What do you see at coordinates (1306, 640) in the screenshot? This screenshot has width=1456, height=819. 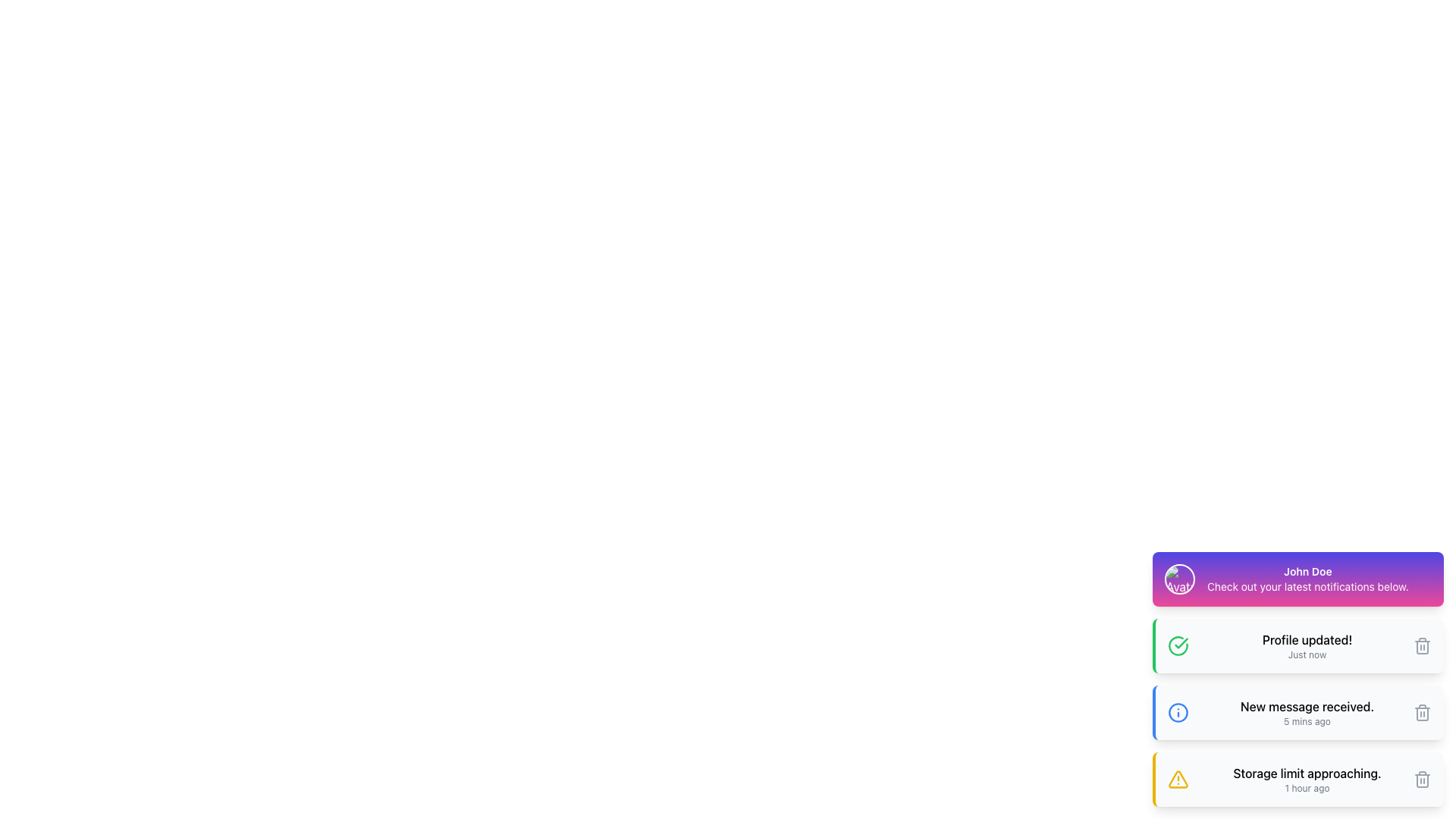 I see `text label displaying 'Profile updated!' located in the first notification card below 'John Doe' and above 'New message received.'` at bounding box center [1306, 640].